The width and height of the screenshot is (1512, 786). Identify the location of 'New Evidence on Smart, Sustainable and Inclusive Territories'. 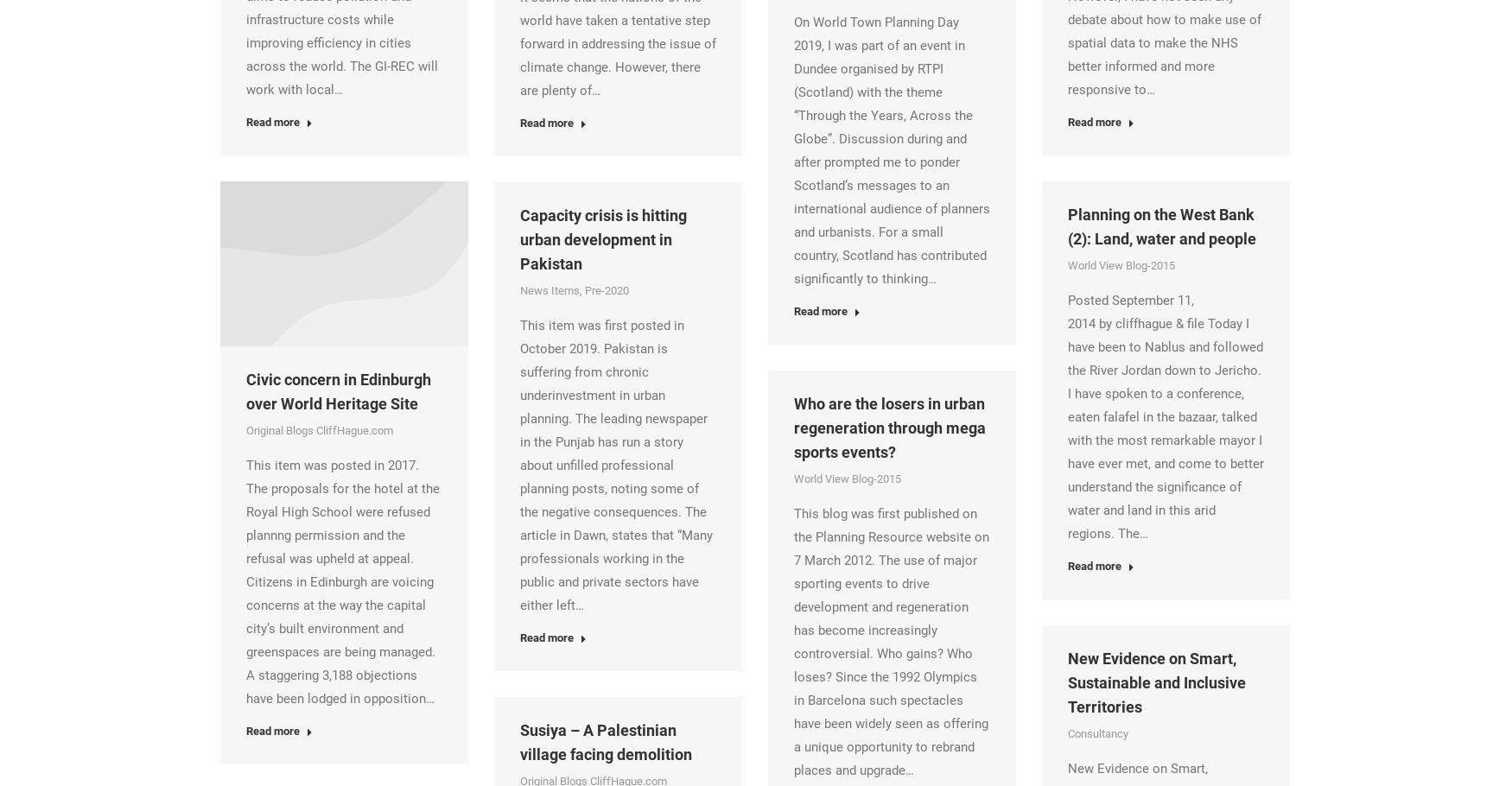
(1156, 681).